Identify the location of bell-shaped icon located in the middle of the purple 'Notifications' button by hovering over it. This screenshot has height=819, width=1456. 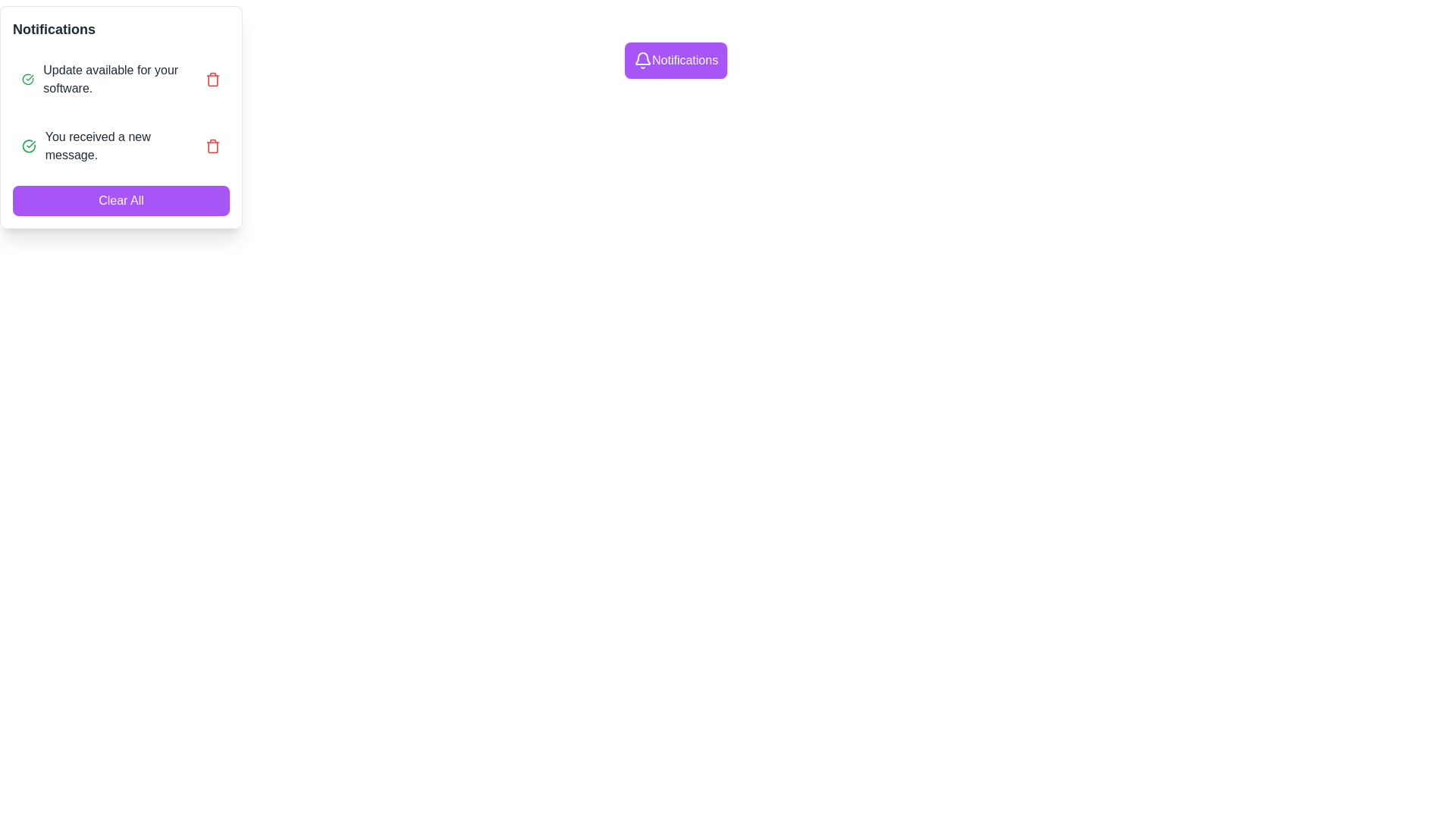
(643, 58).